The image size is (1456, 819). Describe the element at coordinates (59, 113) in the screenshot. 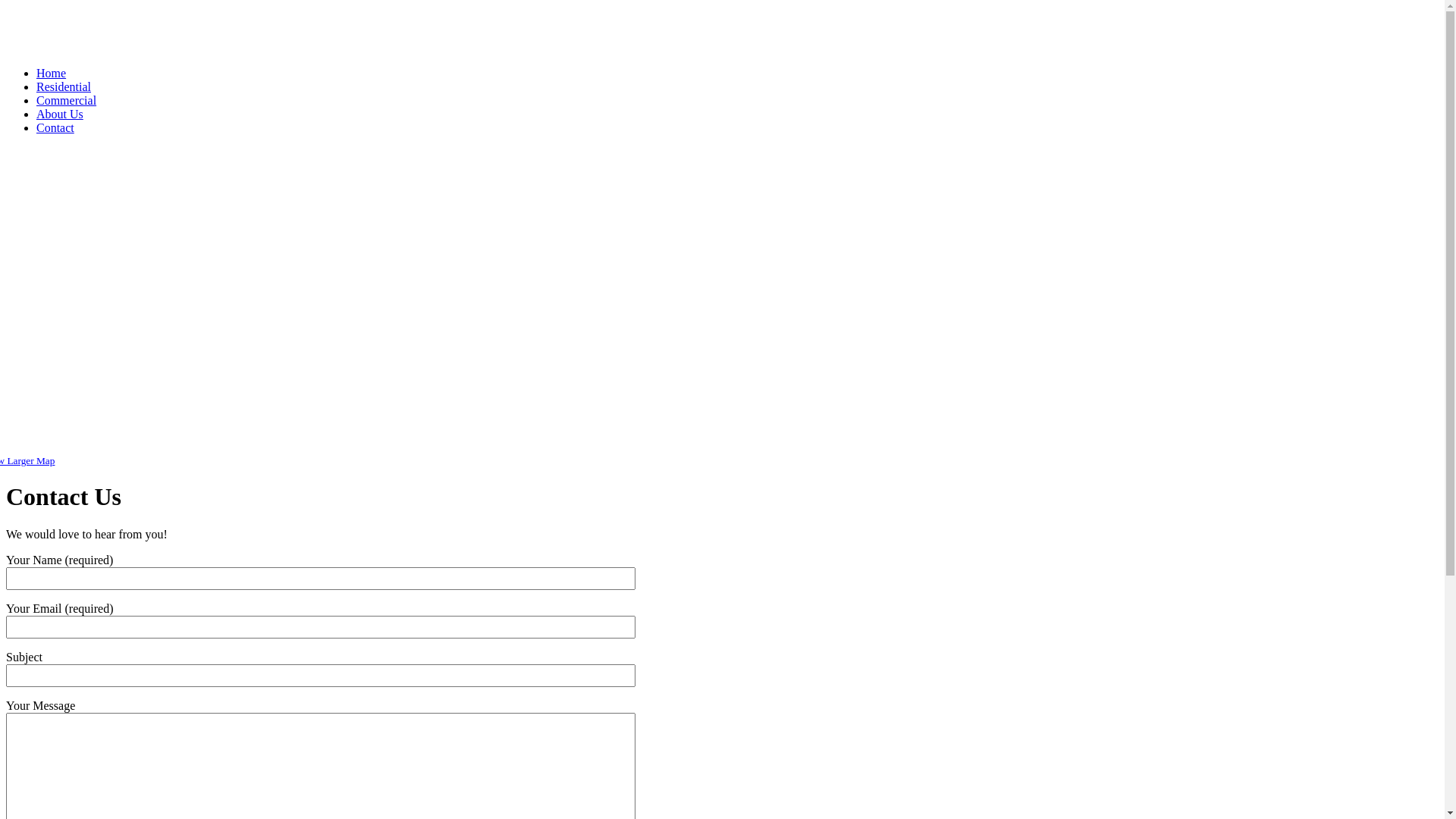

I see `'About Us'` at that location.